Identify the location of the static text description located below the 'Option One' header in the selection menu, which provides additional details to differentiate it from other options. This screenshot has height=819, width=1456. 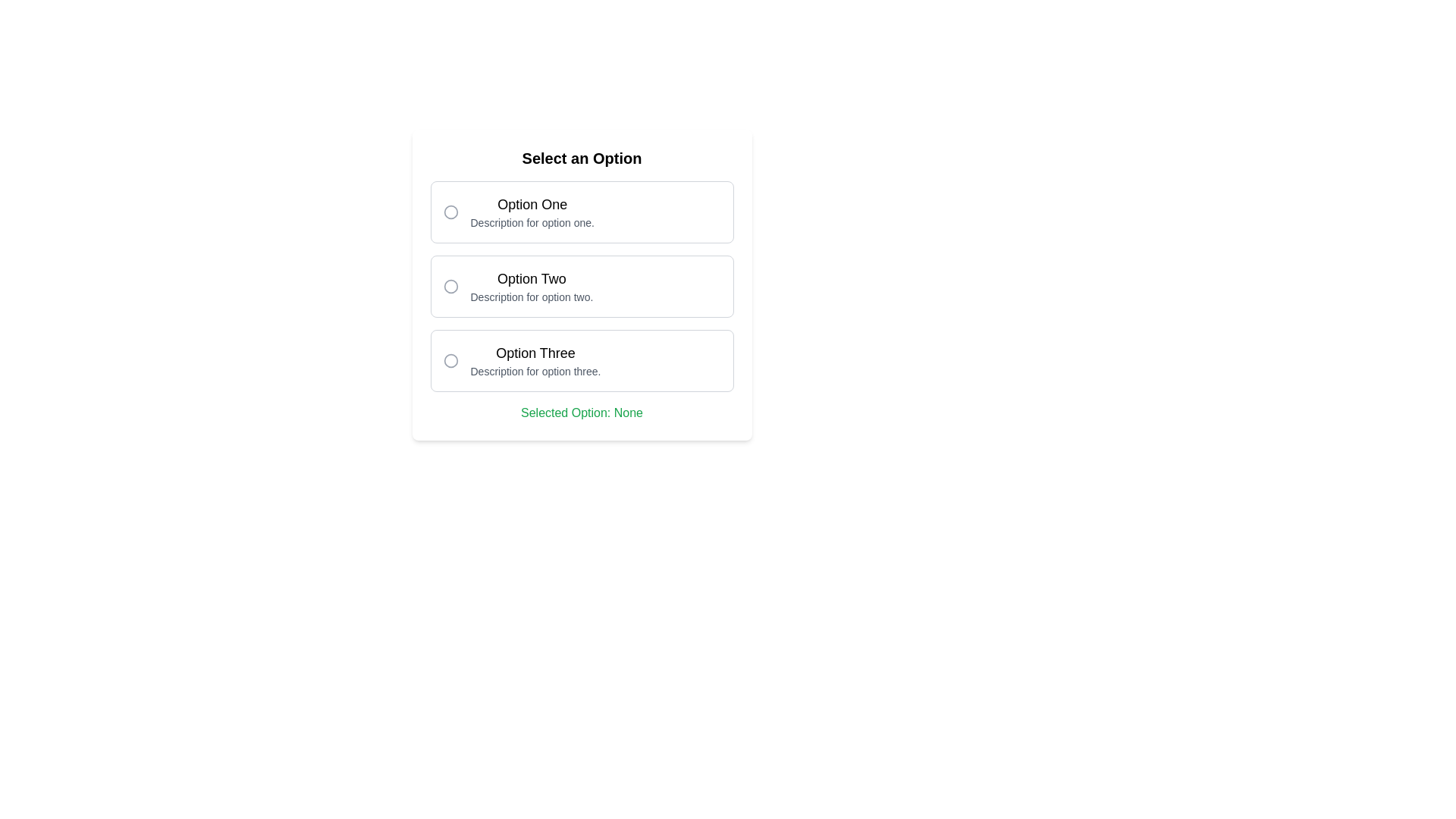
(532, 222).